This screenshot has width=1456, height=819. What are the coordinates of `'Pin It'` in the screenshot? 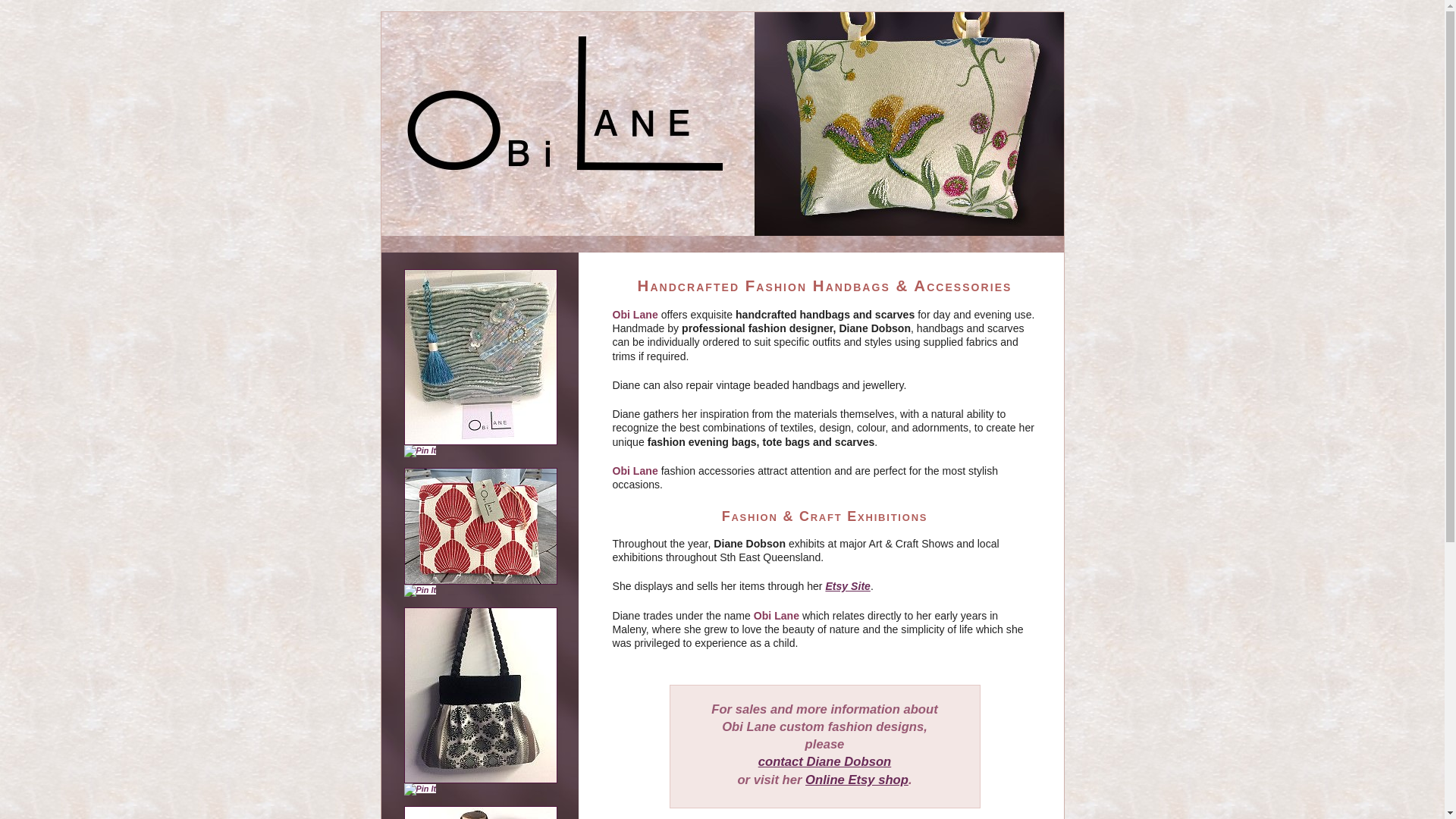 It's located at (419, 450).